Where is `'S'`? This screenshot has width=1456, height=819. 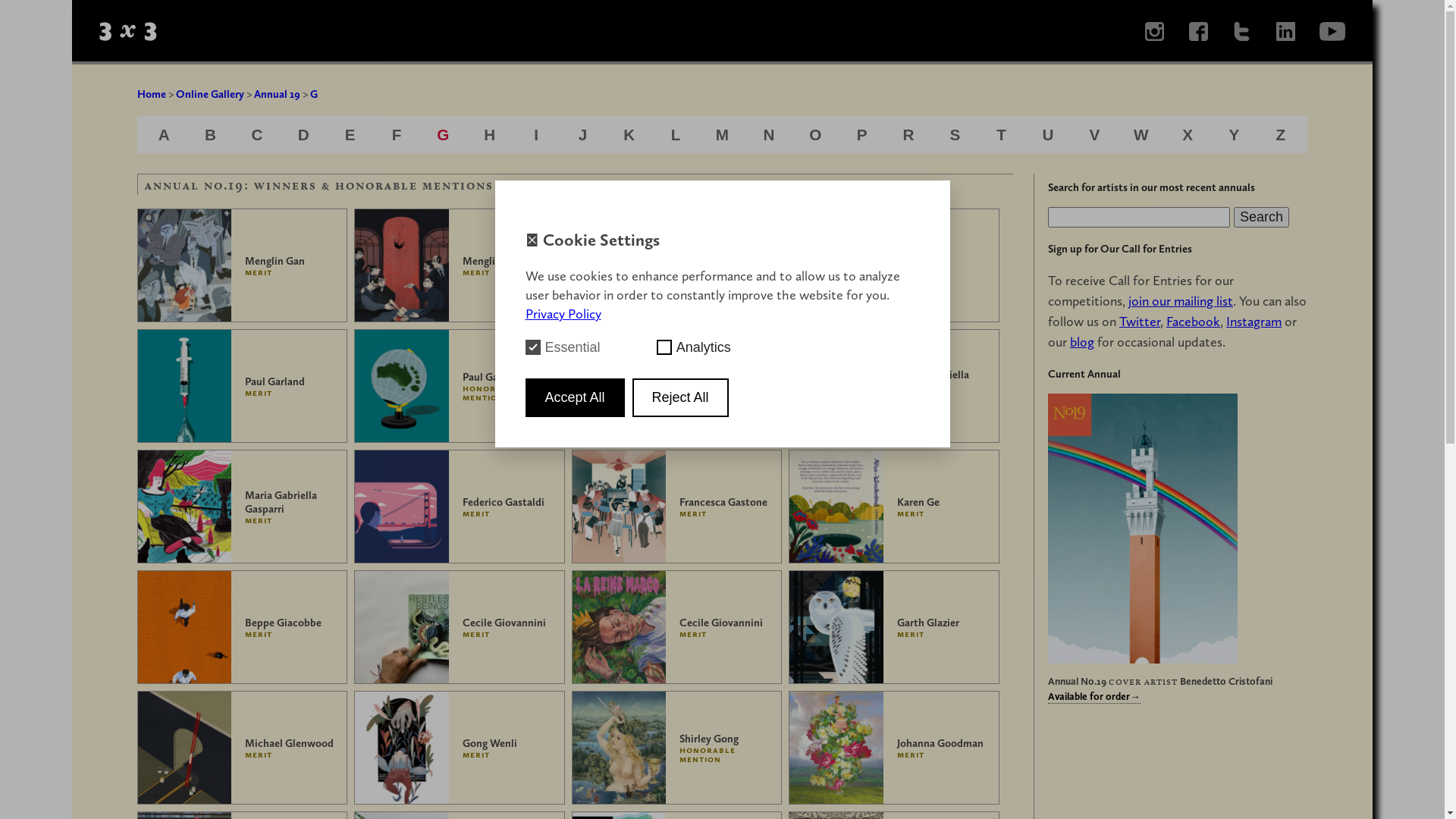 'S' is located at coordinates (953, 133).